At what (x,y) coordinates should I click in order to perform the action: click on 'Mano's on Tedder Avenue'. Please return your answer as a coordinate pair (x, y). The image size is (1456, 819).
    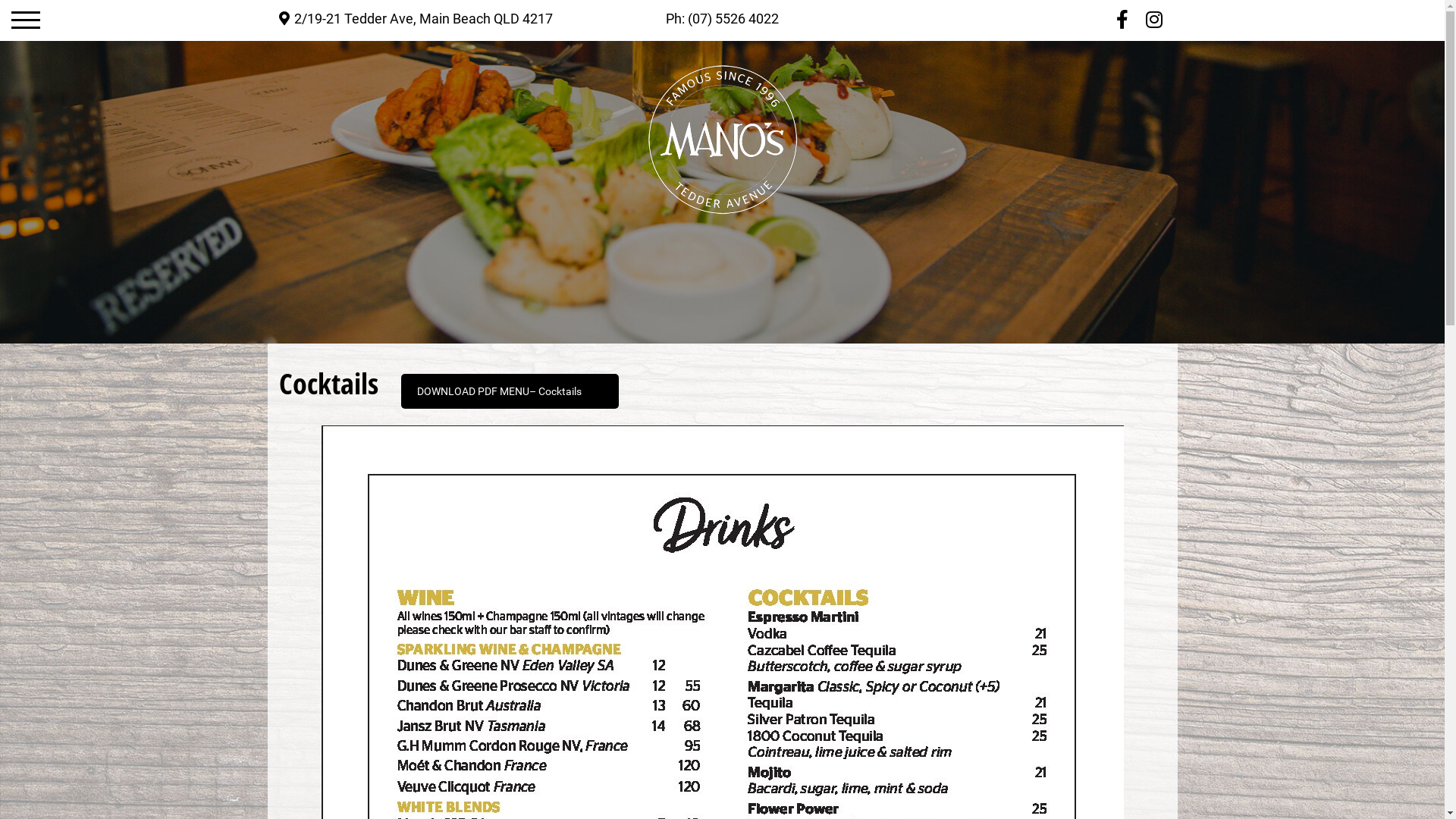
    Looking at the image, I should click on (720, 140).